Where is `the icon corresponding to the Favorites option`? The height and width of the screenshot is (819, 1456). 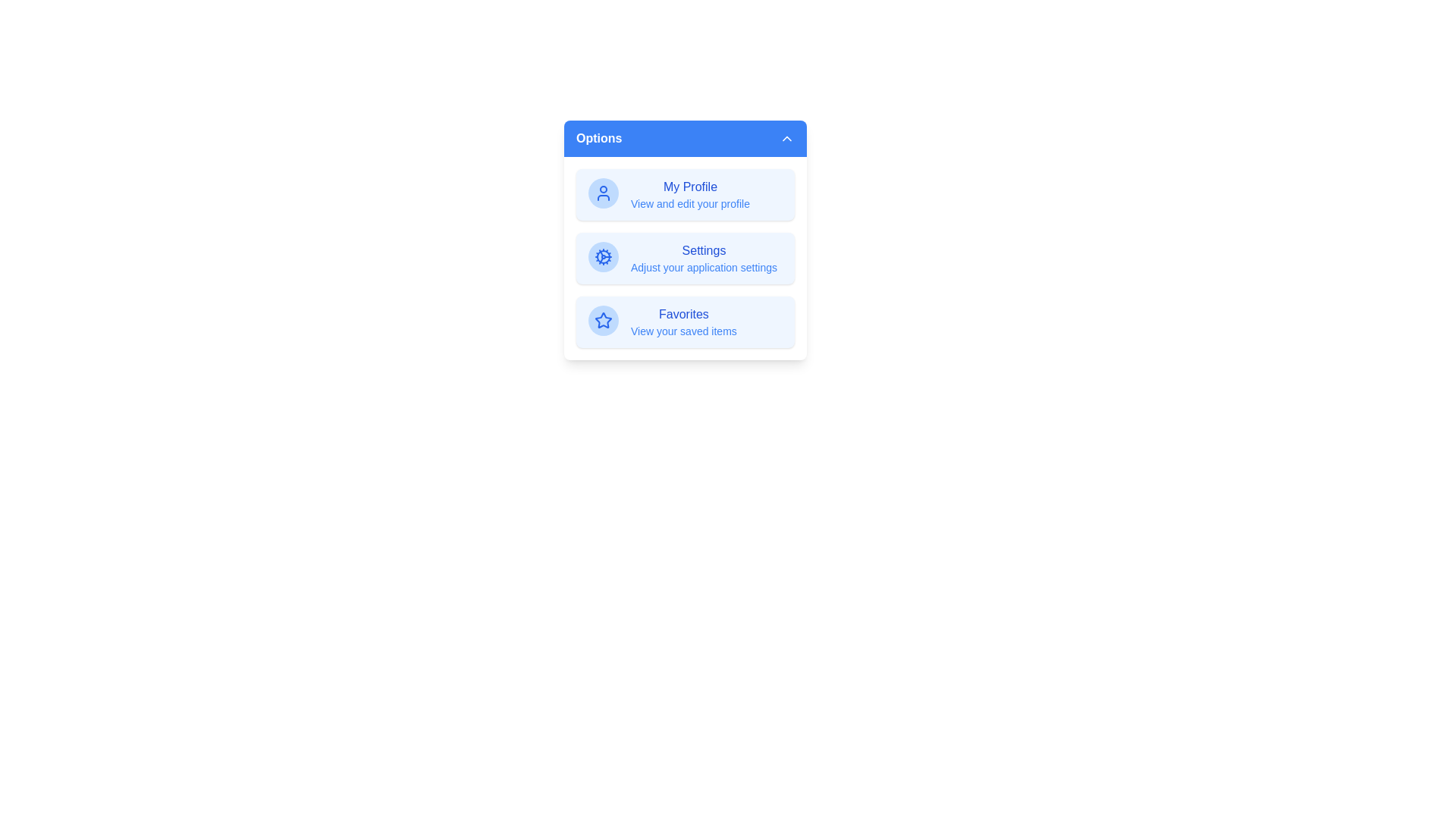
the icon corresponding to the Favorites option is located at coordinates (603, 320).